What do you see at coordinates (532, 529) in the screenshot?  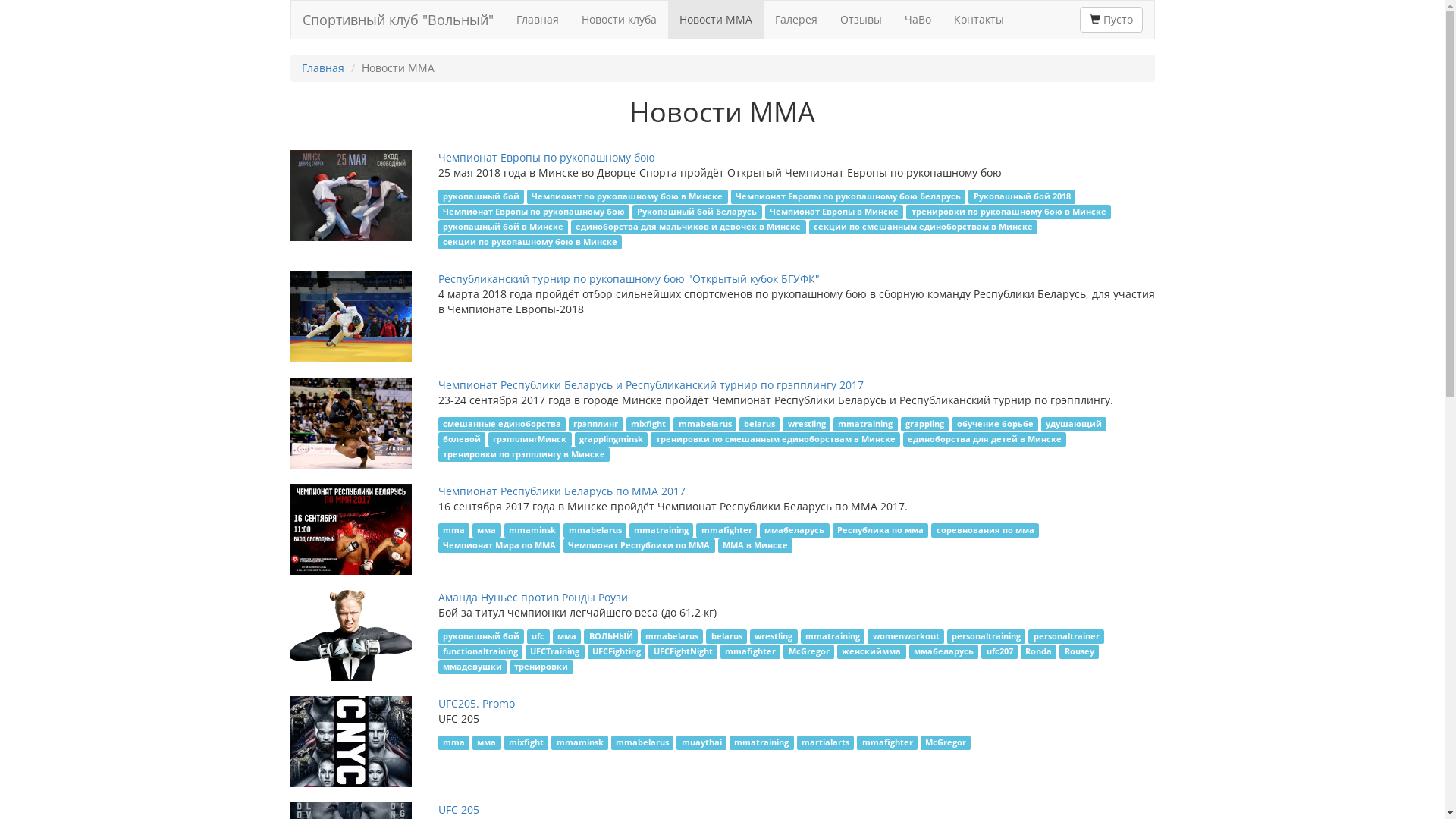 I see `'mmaminsk'` at bounding box center [532, 529].